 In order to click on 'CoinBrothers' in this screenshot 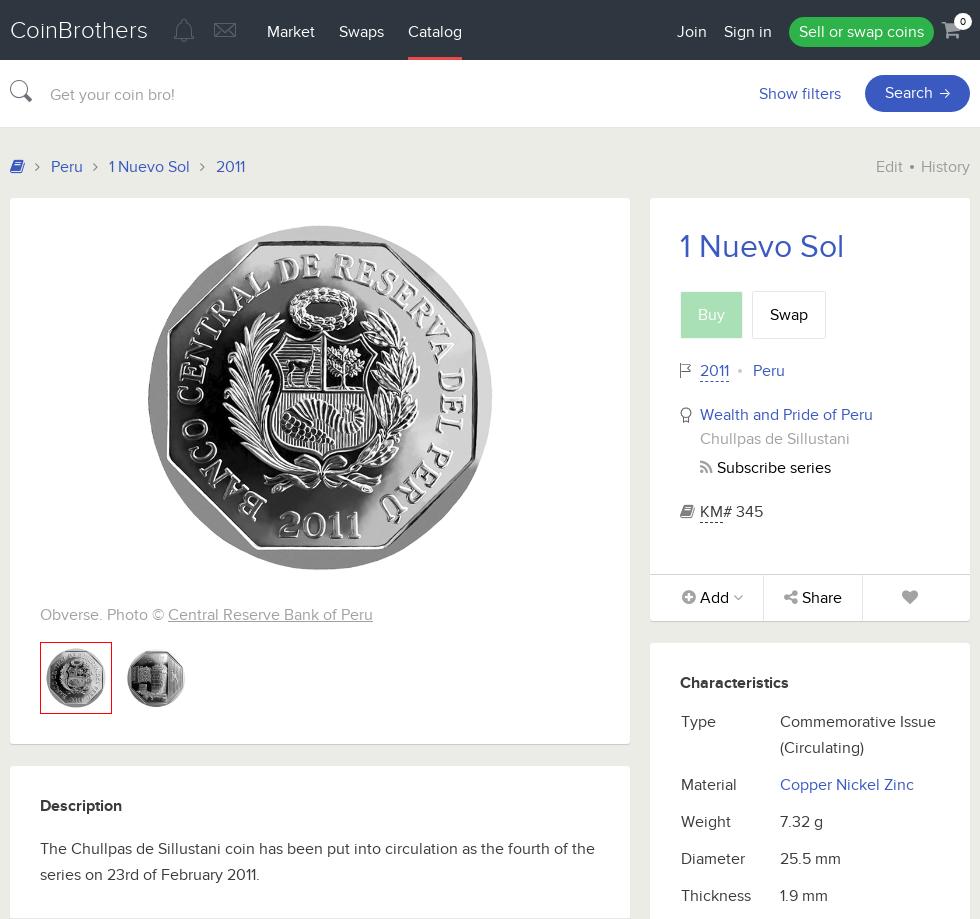, I will do `click(78, 30)`.